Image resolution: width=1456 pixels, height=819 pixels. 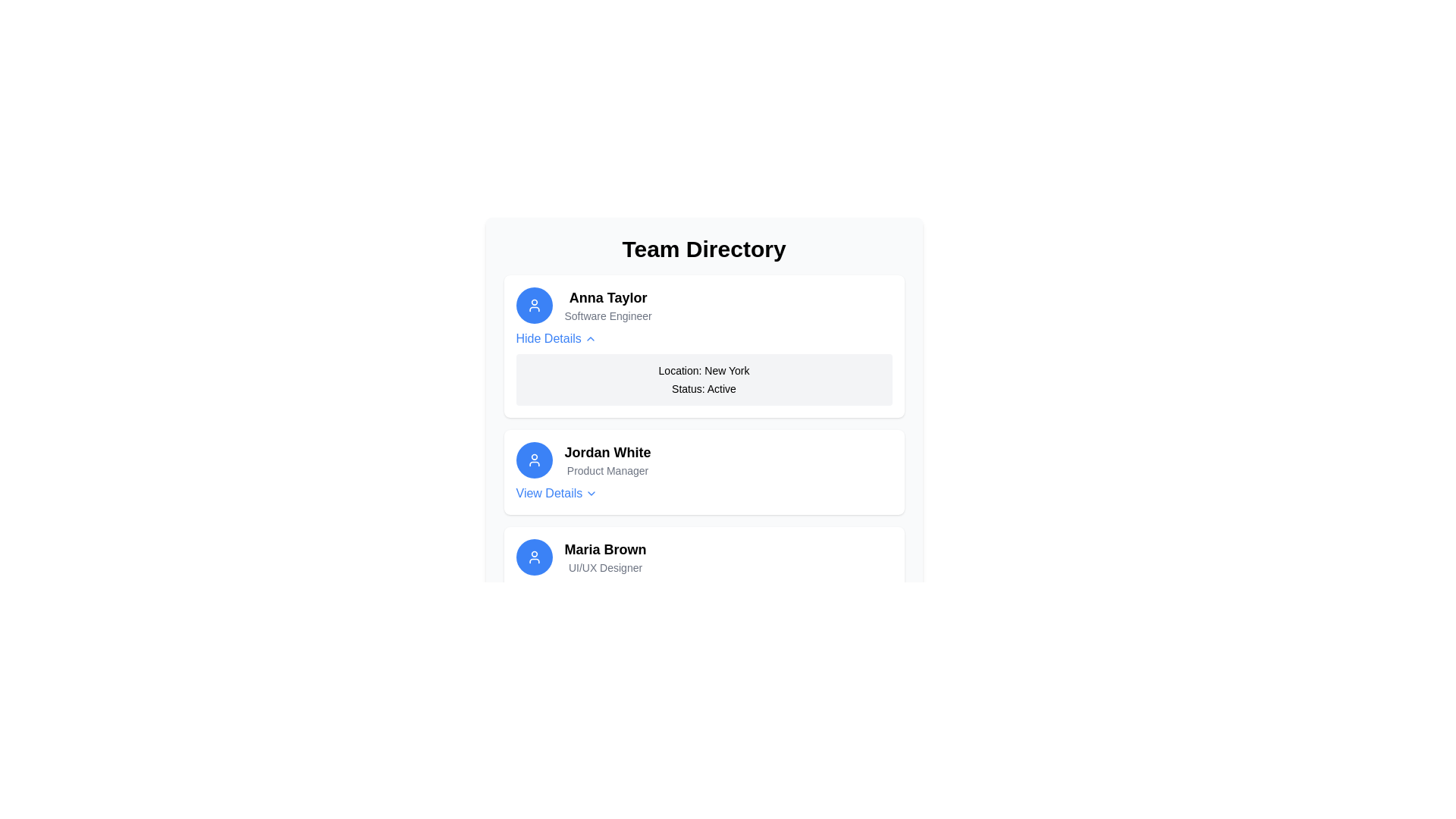 What do you see at coordinates (604, 550) in the screenshot?
I see `text label displaying the name 'Maria Brown', which is styled in bold and larger font, located at the bottom section of the team member listing interface` at bounding box center [604, 550].